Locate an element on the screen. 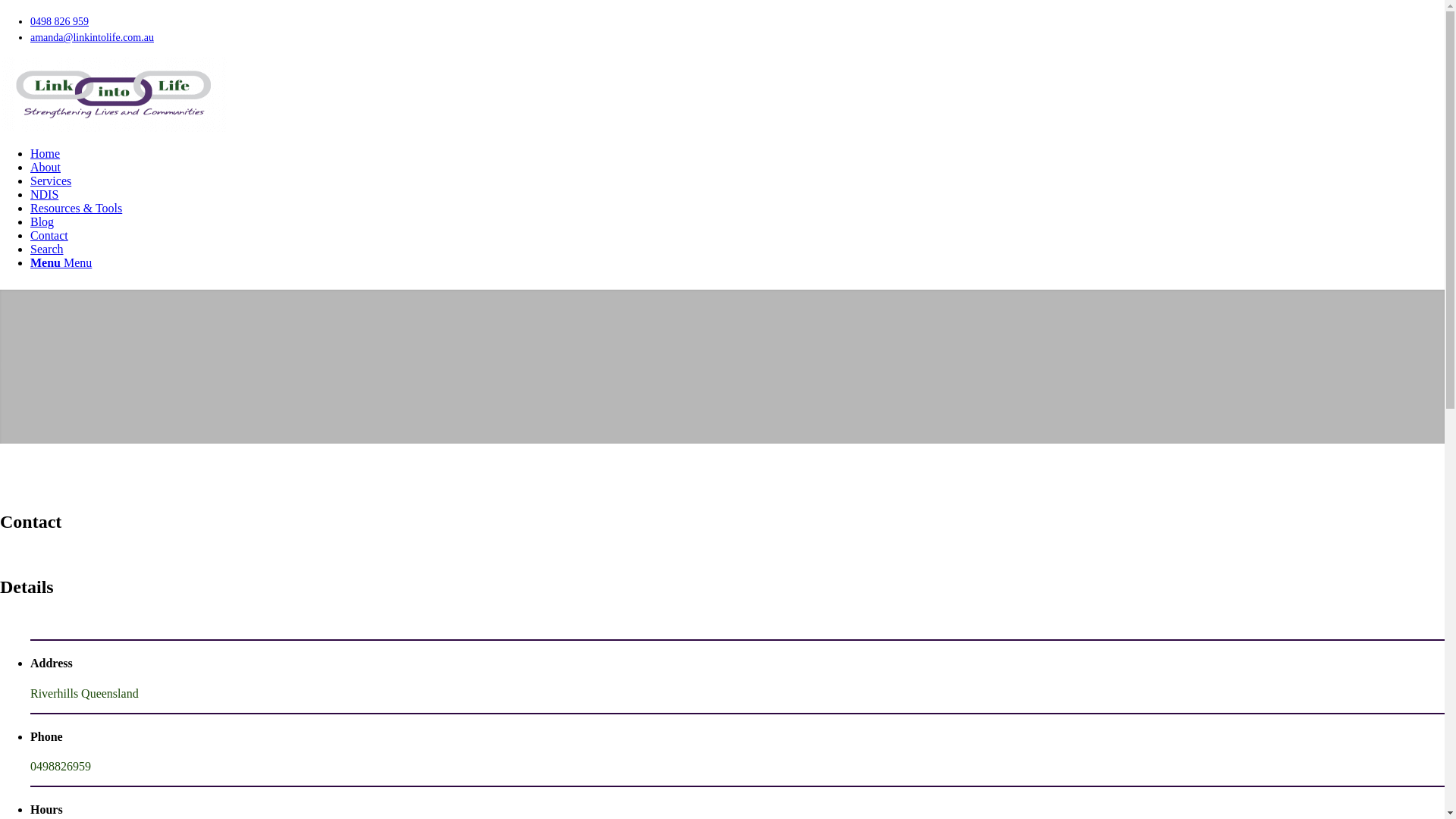 The image size is (1456, 819). 'amanda@linkintolife.com.au' is located at coordinates (91, 36).